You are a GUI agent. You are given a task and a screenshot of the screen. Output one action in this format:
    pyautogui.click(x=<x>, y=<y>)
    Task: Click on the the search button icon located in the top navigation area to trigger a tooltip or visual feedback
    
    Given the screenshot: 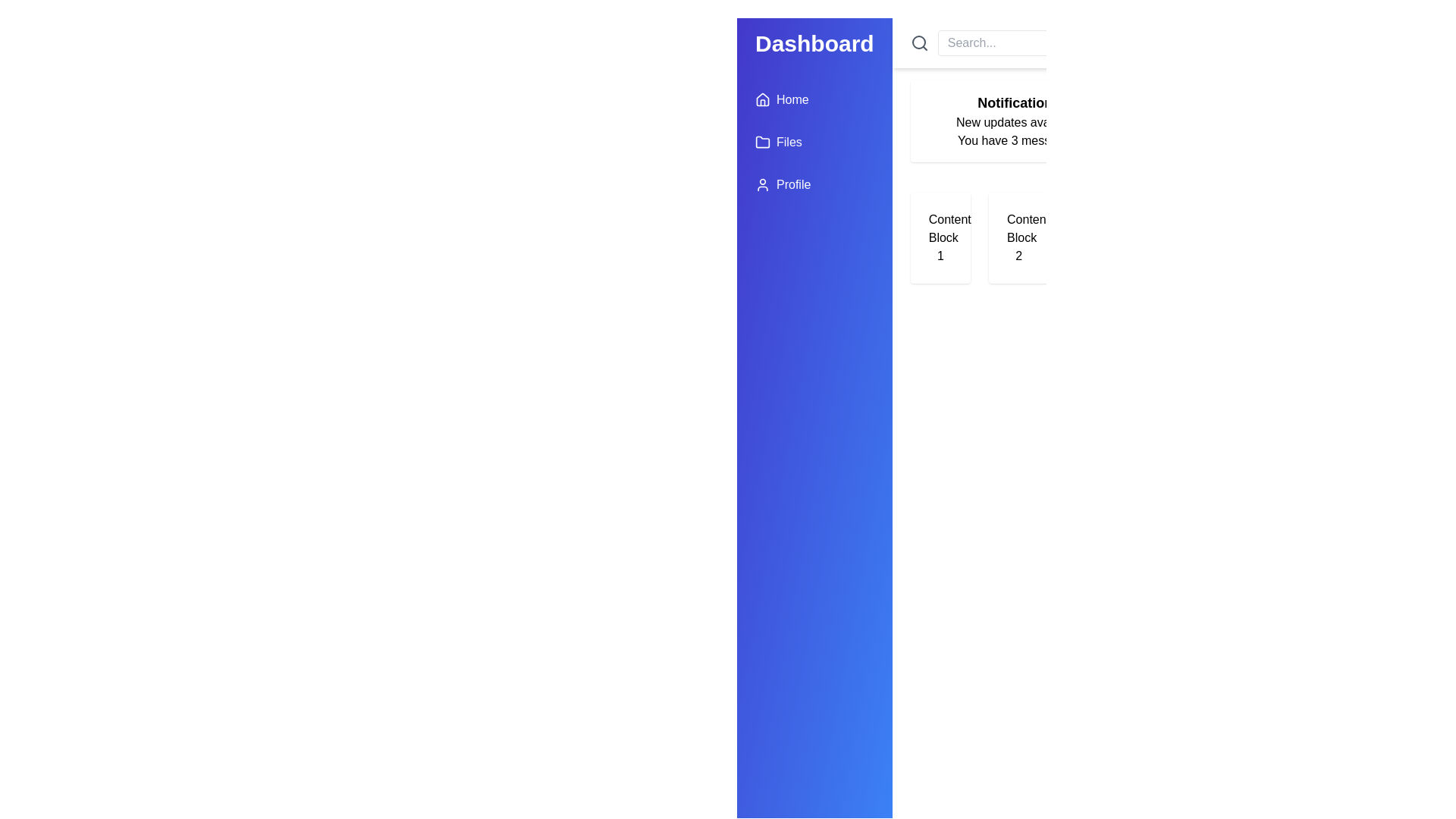 What is the action you would take?
    pyautogui.click(x=918, y=42)
    